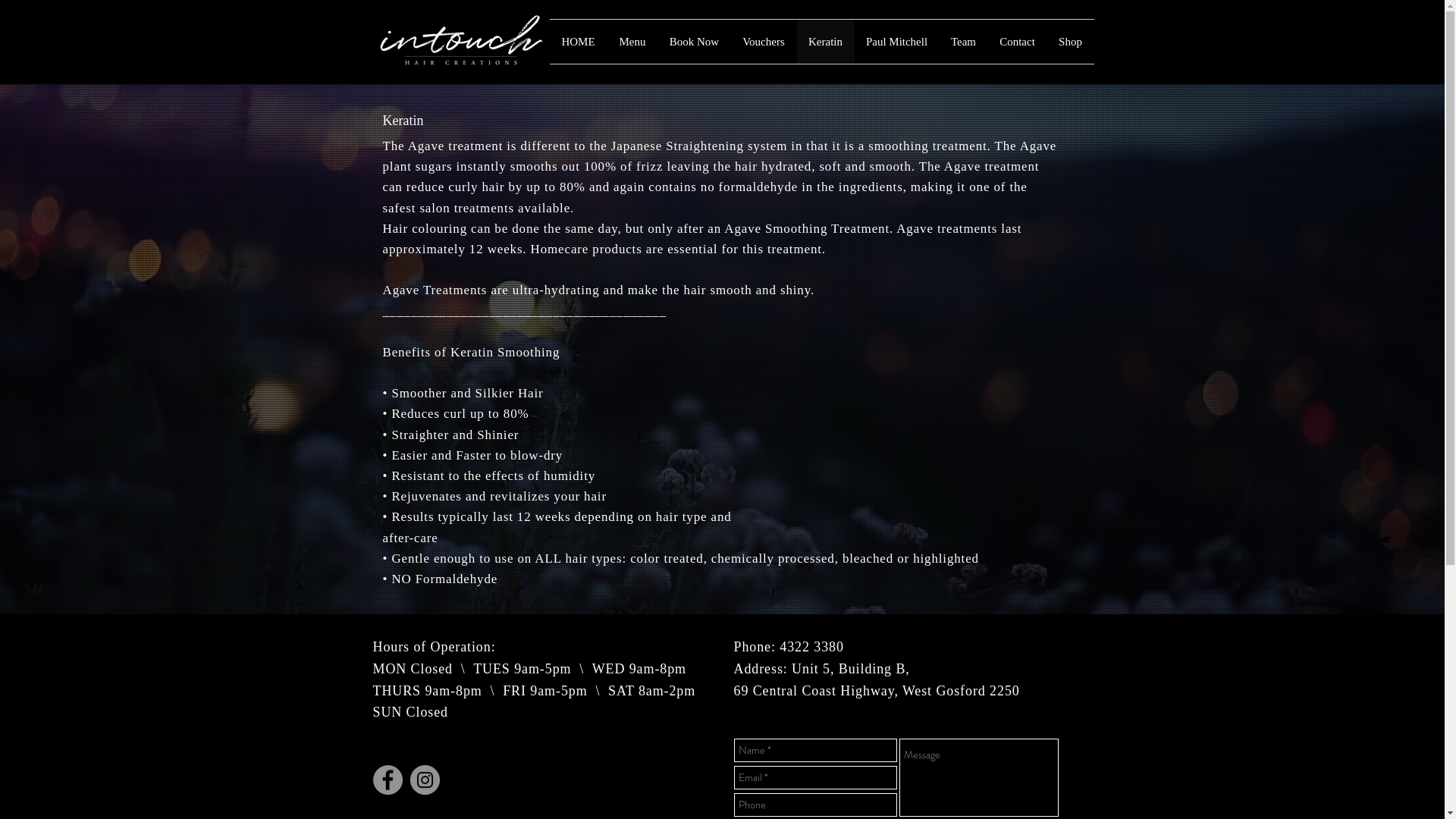 This screenshot has height=819, width=1456. What do you see at coordinates (658, 40) in the screenshot?
I see `'Book Now'` at bounding box center [658, 40].